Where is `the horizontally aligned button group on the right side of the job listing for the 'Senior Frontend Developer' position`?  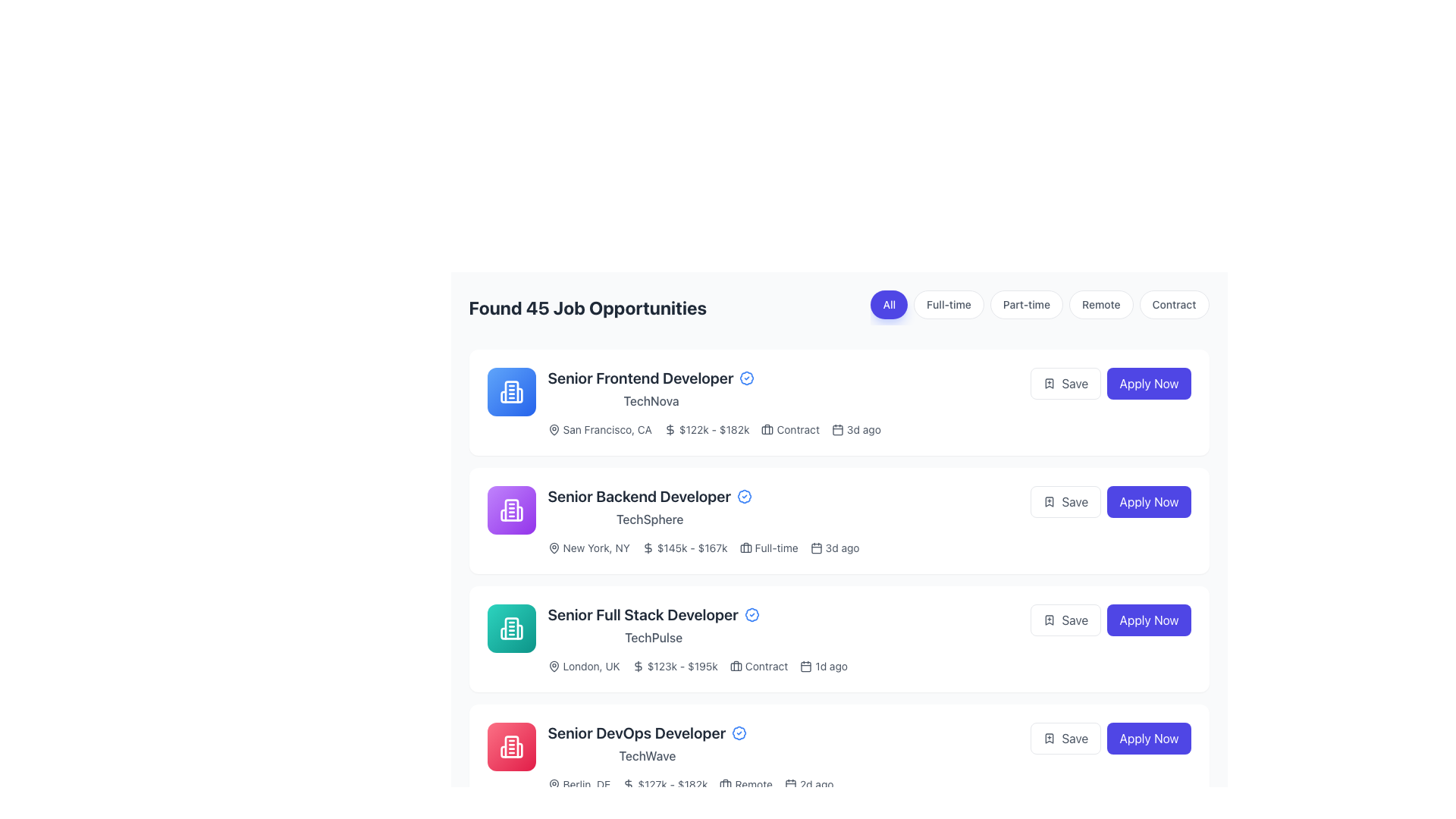 the horizontally aligned button group on the right side of the job listing for the 'Senior Frontend Developer' position is located at coordinates (1110, 382).